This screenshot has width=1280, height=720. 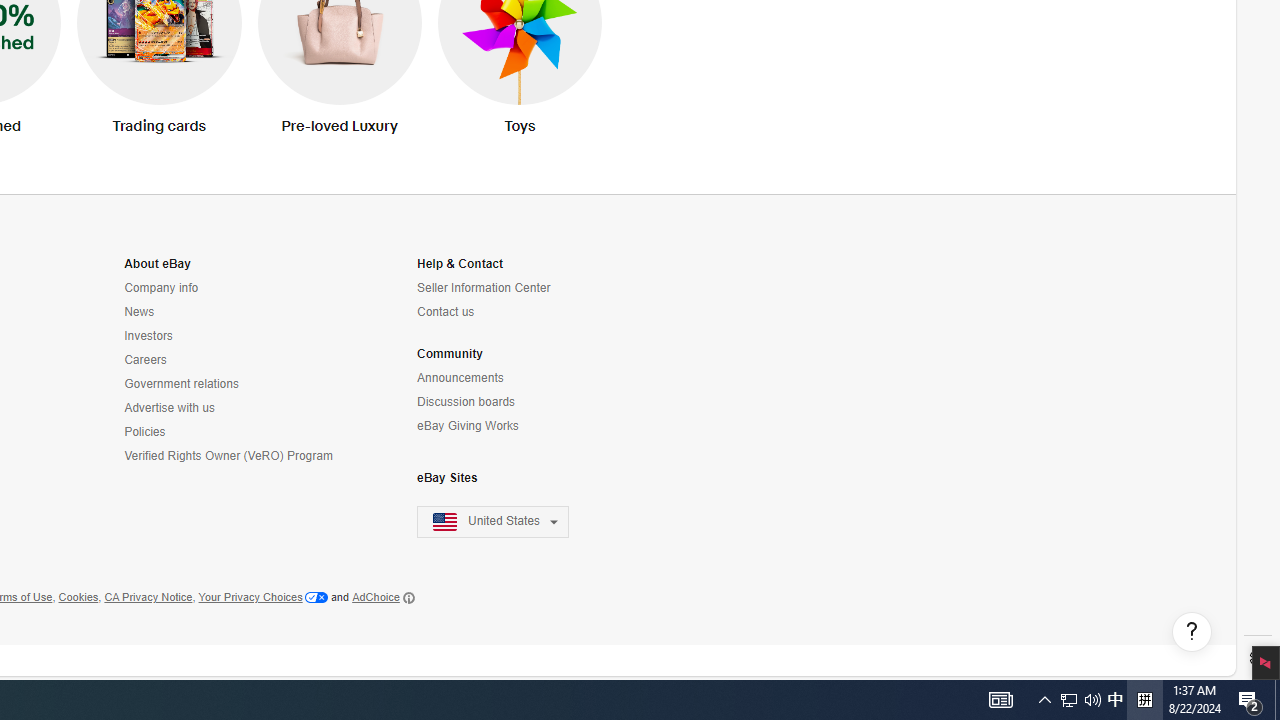 What do you see at coordinates (231, 407) in the screenshot?
I see `'Advertise with us'` at bounding box center [231, 407].